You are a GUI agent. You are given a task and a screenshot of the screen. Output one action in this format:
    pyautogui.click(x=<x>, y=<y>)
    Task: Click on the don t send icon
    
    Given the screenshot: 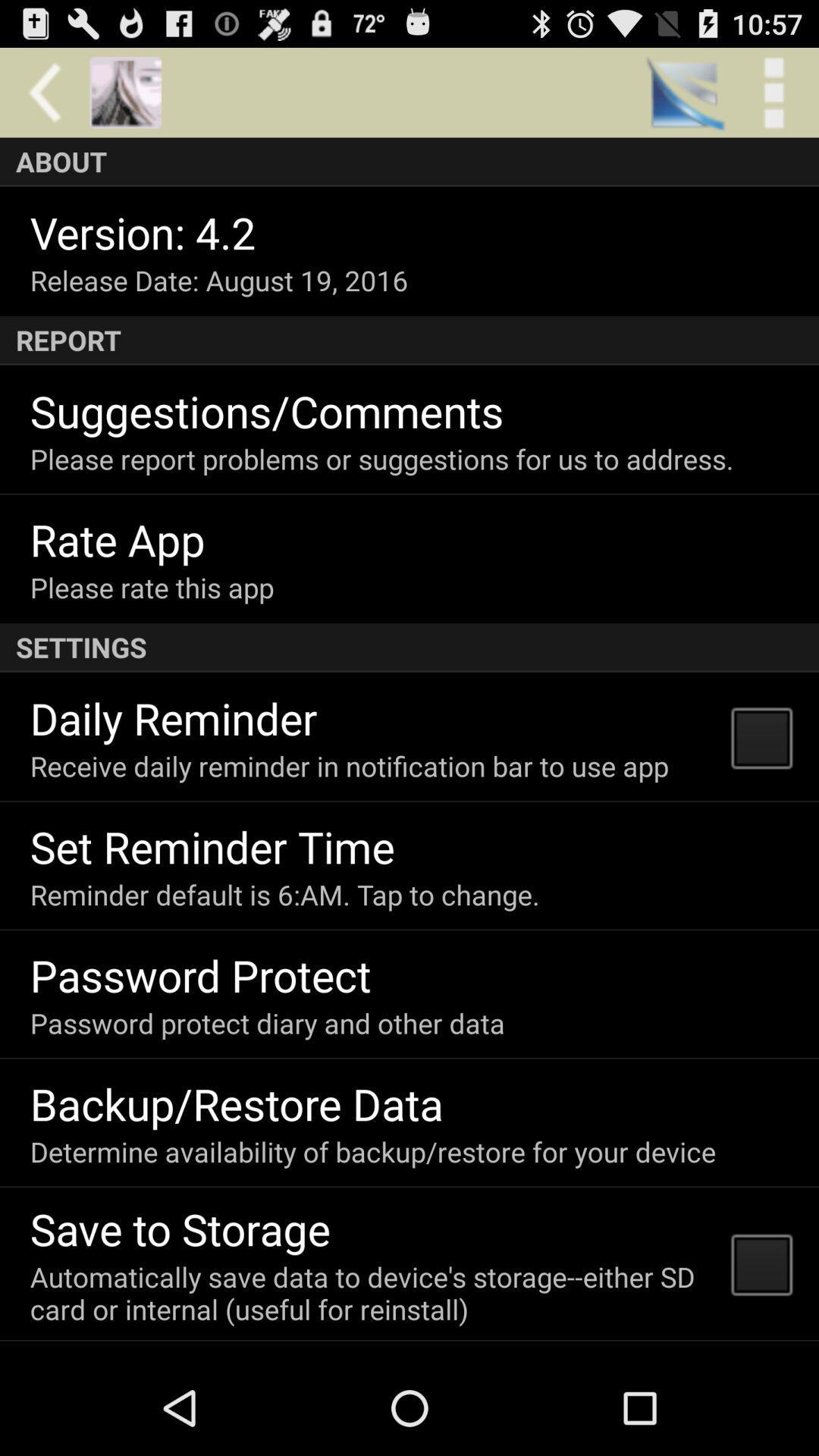 What is the action you would take?
    pyautogui.click(x=180, y=1357)
    